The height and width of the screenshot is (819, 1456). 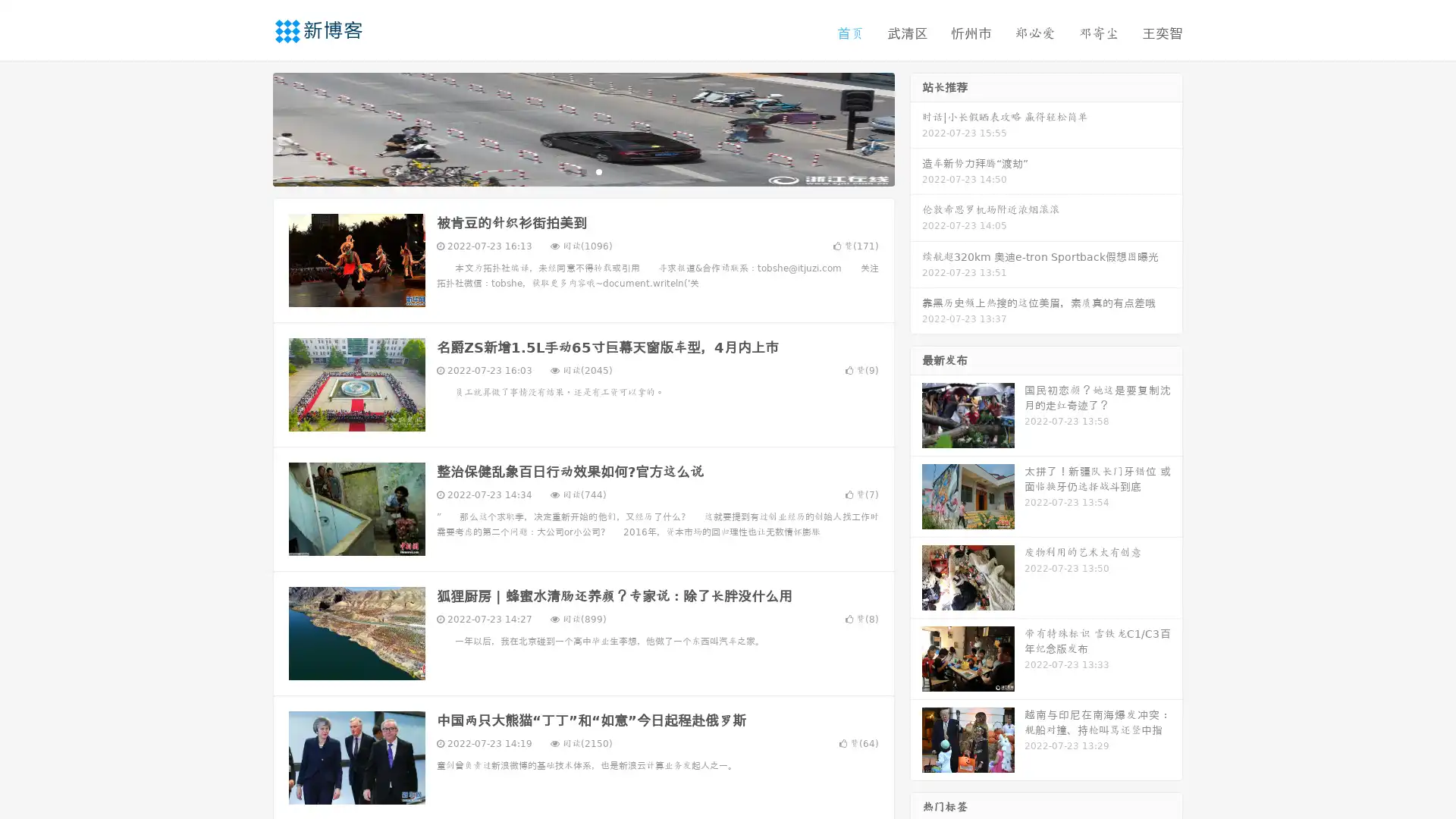 I want to click on Previous slide, so click(x=250, y=127).